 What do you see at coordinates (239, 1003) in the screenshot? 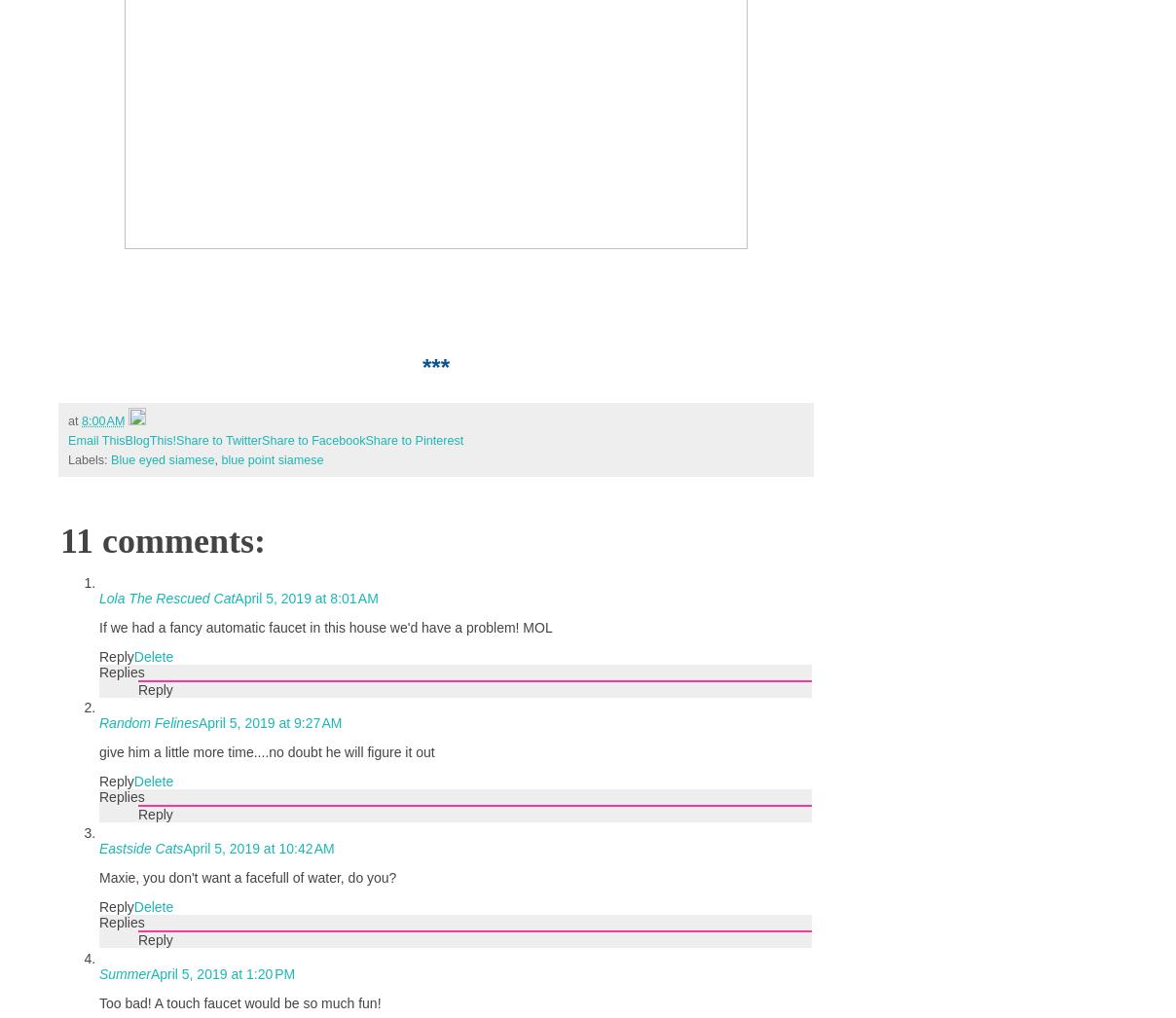
I see `'Too bad! A touch faucet would be so much fun!'` at bounding box center [239, 1003].